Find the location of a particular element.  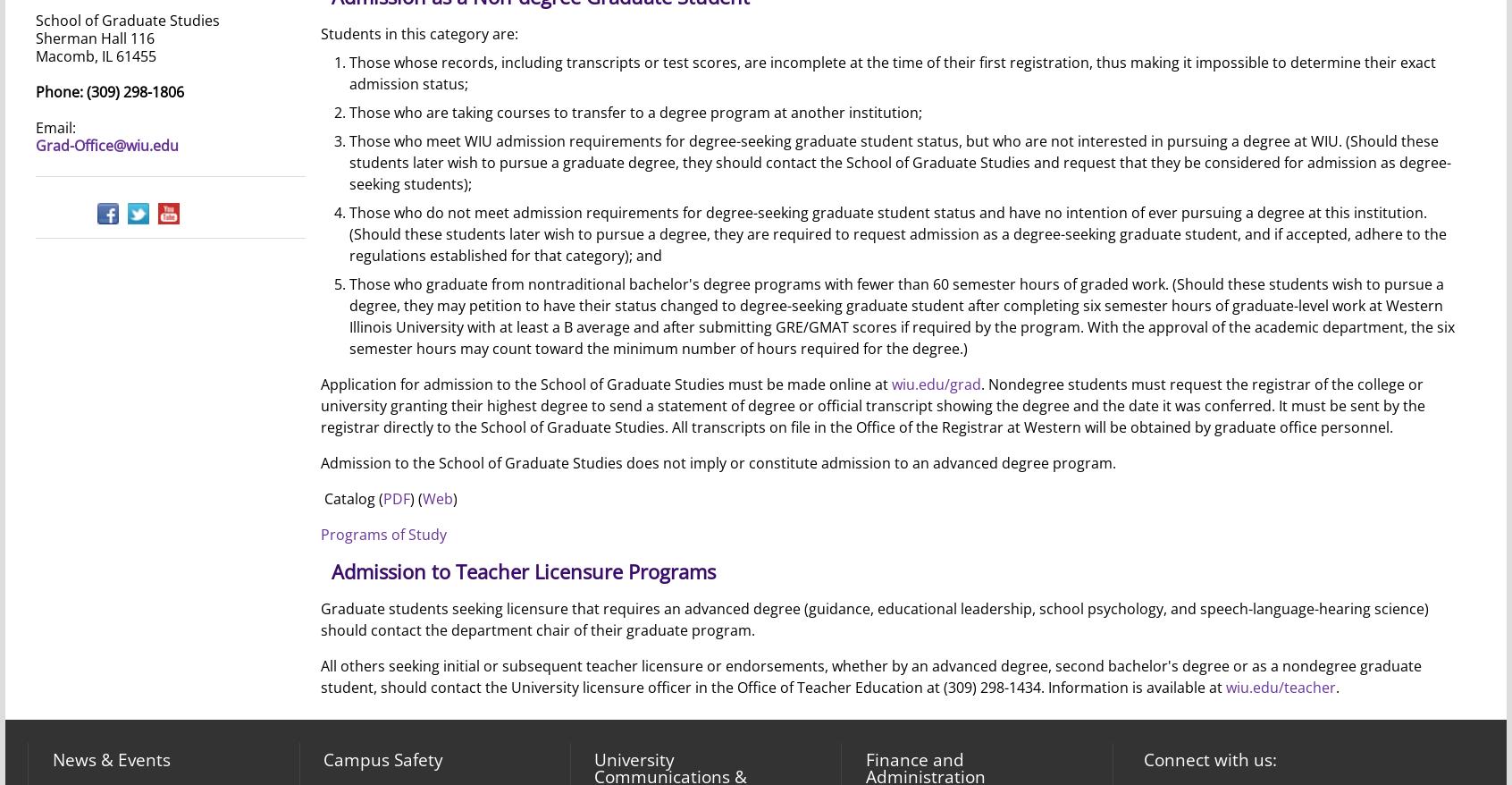

'. Nondegree students must request the registrar of the college or university granting their highest degree to send a statement of degree or official transcript showing the degree and the date it was conferred. It must be sent by the registrar directly to the School of Graduate Studies. All transcripts on file in the Office of the Registrar at Western will be obtained by graduate office personnel.' is located at coordinates (871, 405).